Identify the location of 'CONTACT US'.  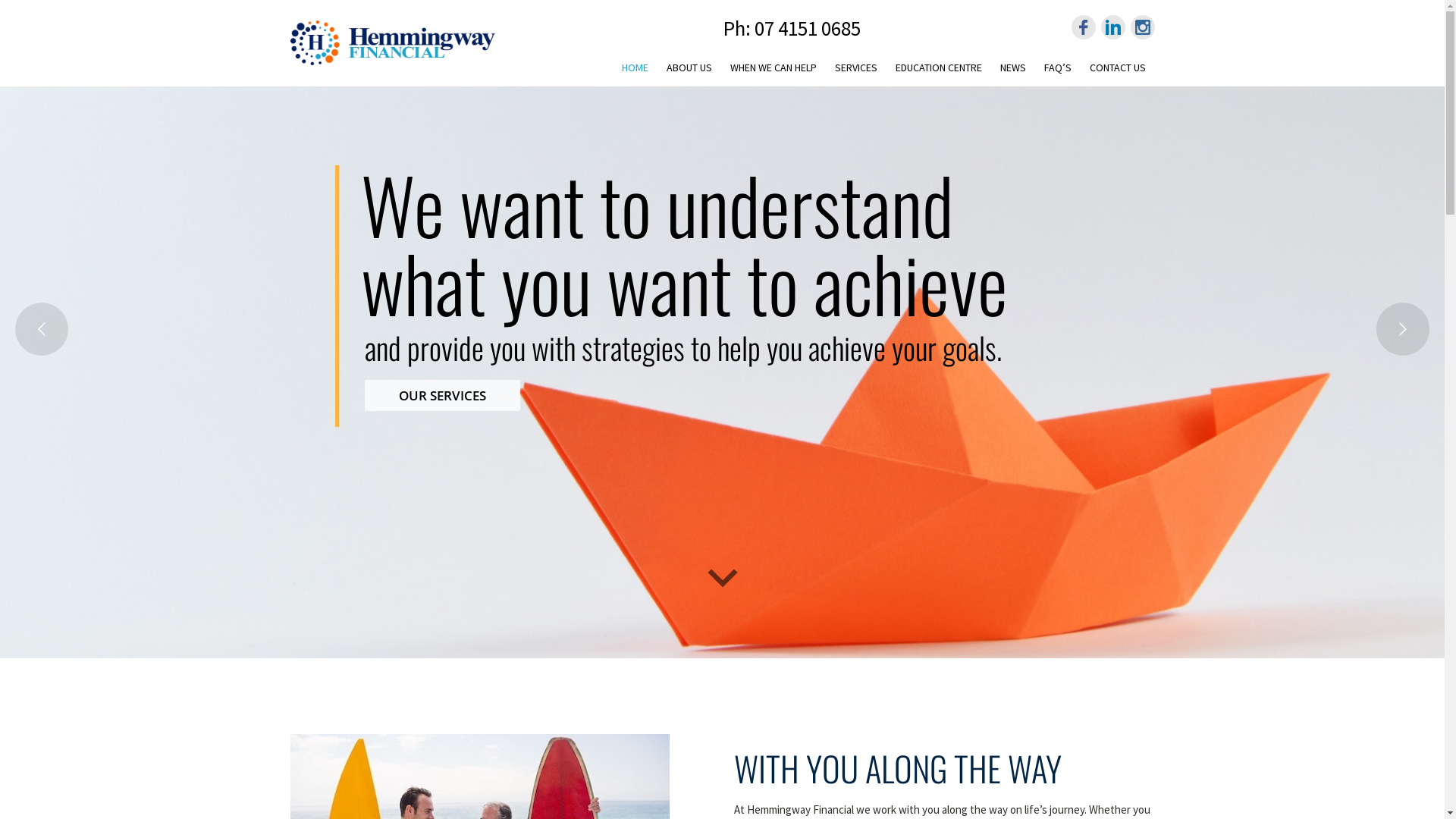
(1079, 64).